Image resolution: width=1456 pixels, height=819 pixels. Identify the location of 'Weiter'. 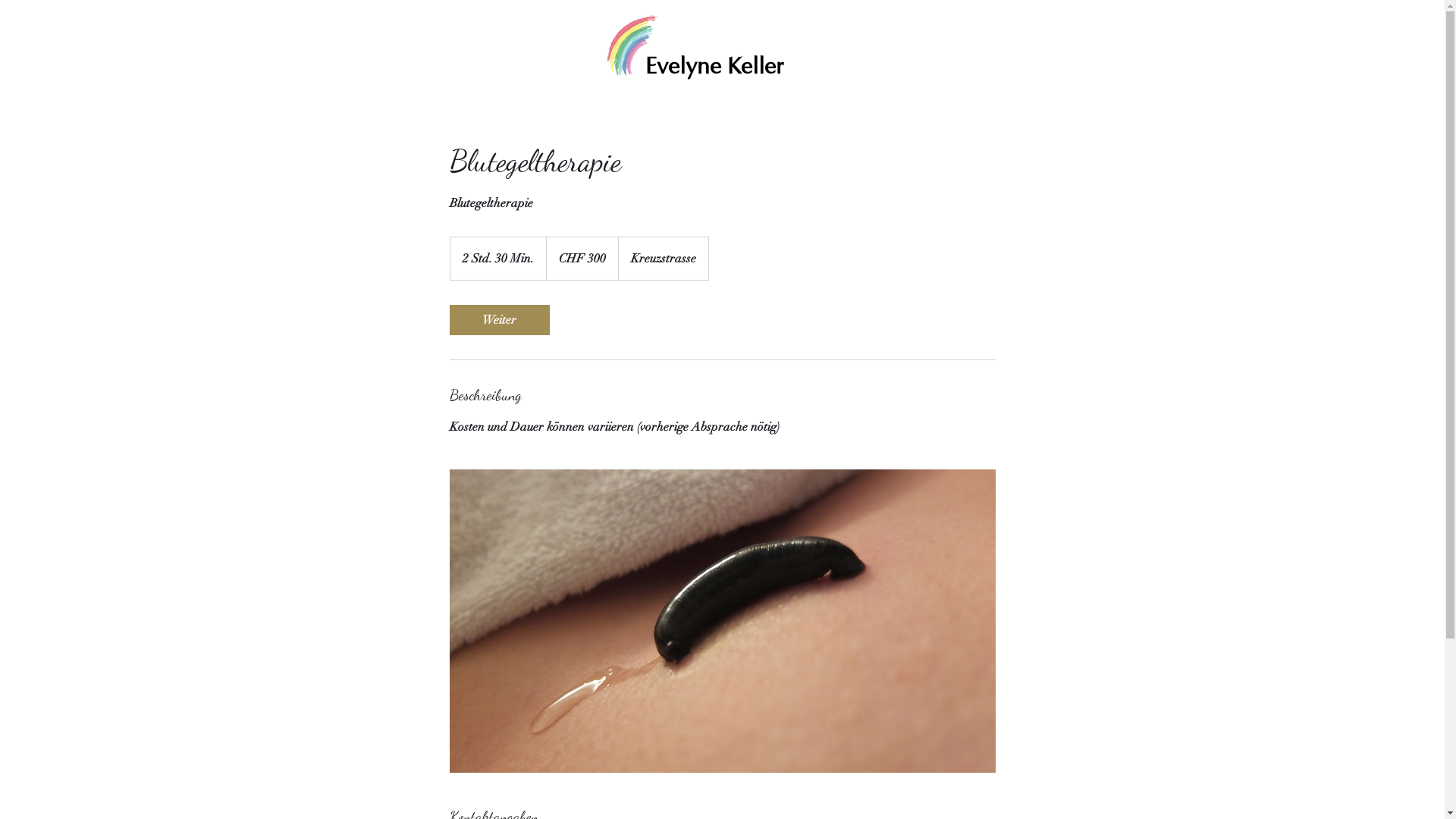
(498, 318).